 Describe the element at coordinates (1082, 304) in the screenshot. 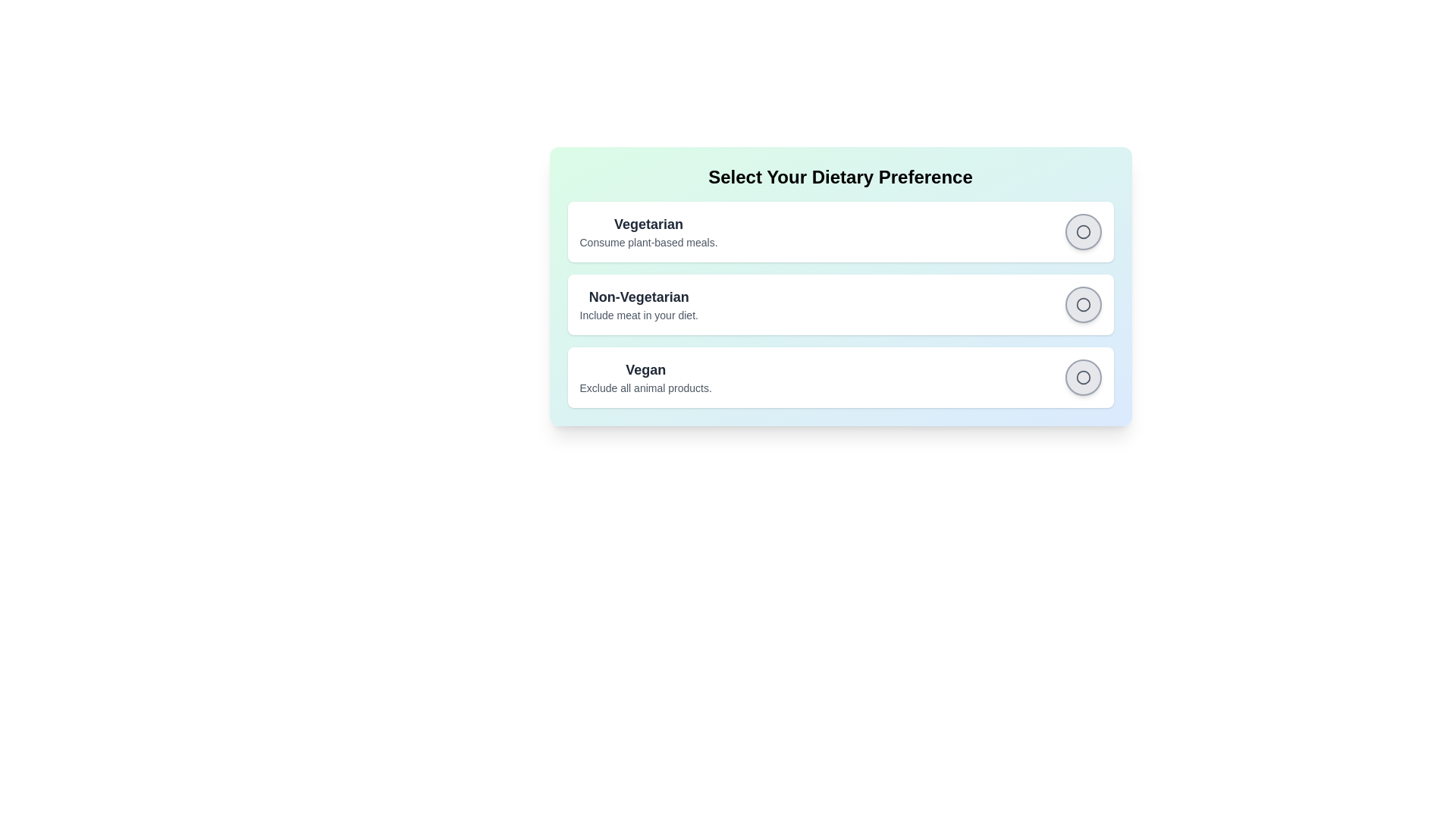

I see `the 'Non-Vegetarian' radio button` at that location.